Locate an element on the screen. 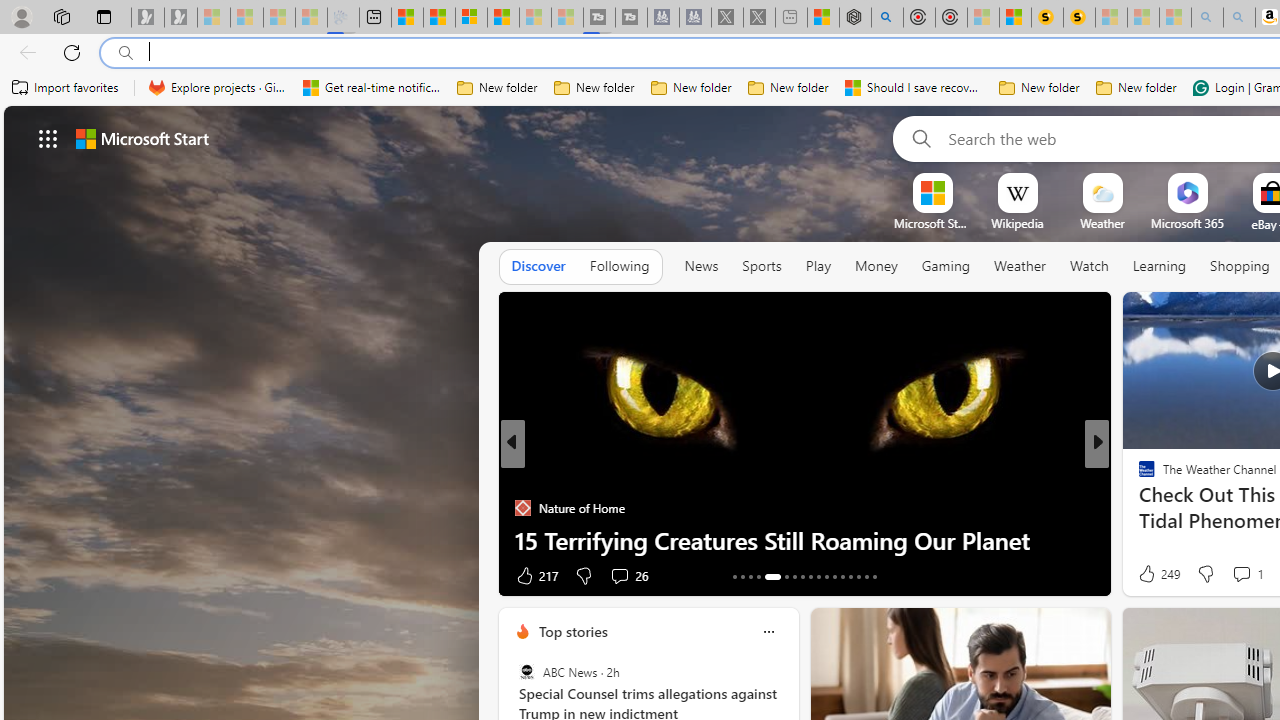  'View comments 26 Comment' is located at coordinates (627, 575).